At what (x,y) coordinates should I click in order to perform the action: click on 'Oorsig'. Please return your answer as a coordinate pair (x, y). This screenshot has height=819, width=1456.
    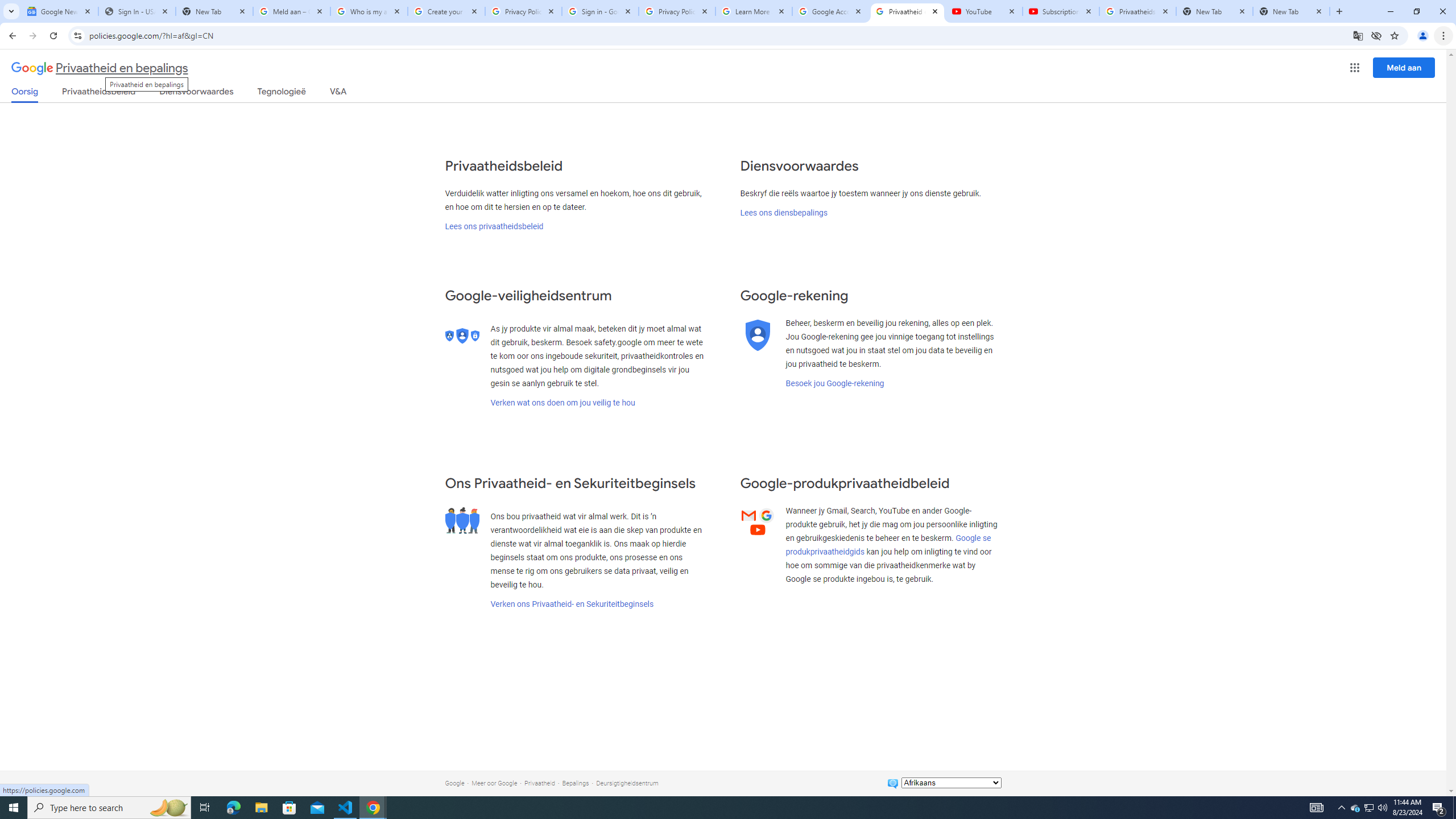
    Looking at the image, I should click on (25, 94).